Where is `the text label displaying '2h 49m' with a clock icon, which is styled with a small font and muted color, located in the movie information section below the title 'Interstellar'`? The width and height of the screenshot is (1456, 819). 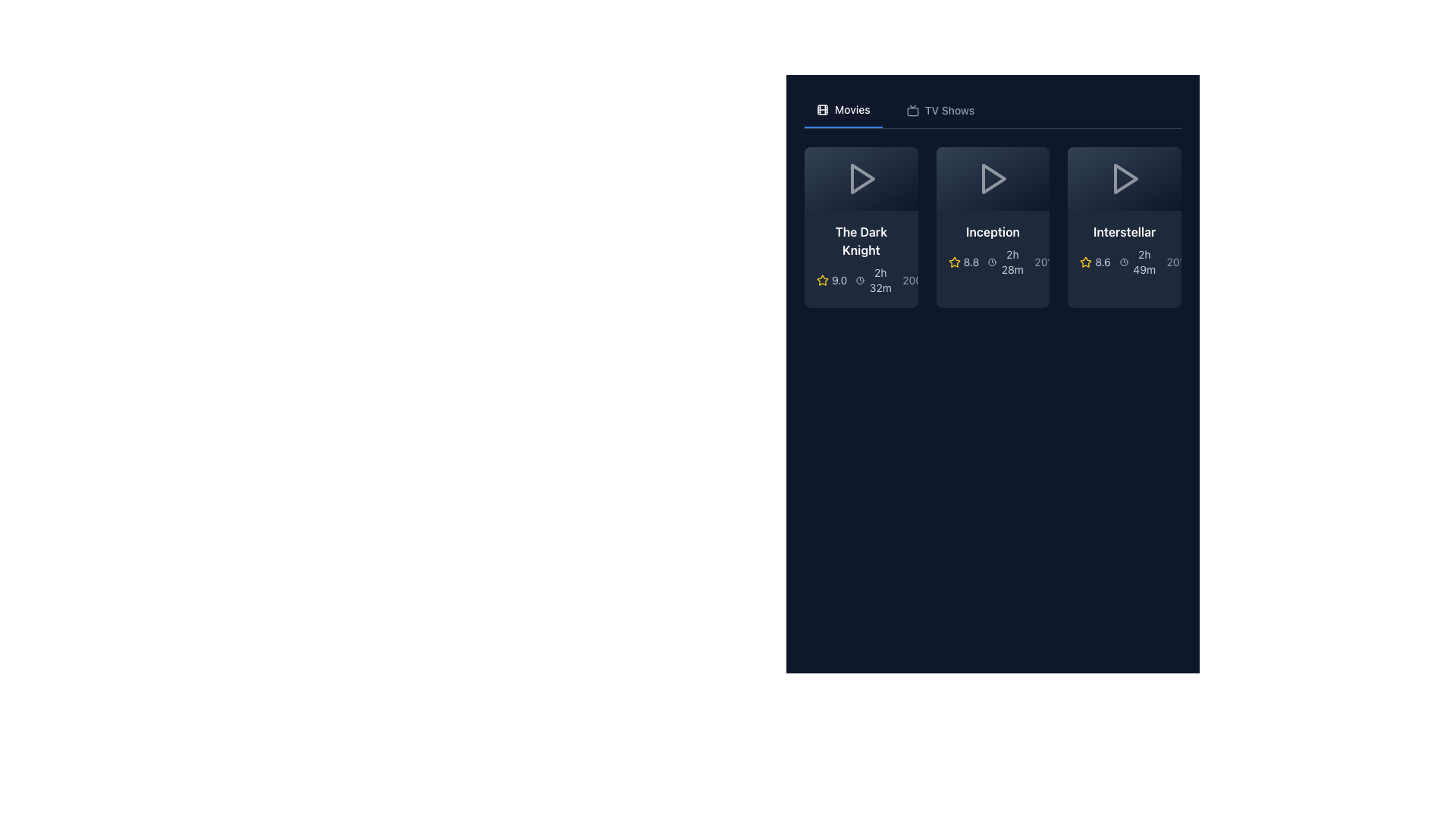 the text label displaying '2h 49m' with a clock icon, which is styled with a small font and muted color, located in the movie information section below the title 'Interstellar' is located at coordinates (1138, 262).